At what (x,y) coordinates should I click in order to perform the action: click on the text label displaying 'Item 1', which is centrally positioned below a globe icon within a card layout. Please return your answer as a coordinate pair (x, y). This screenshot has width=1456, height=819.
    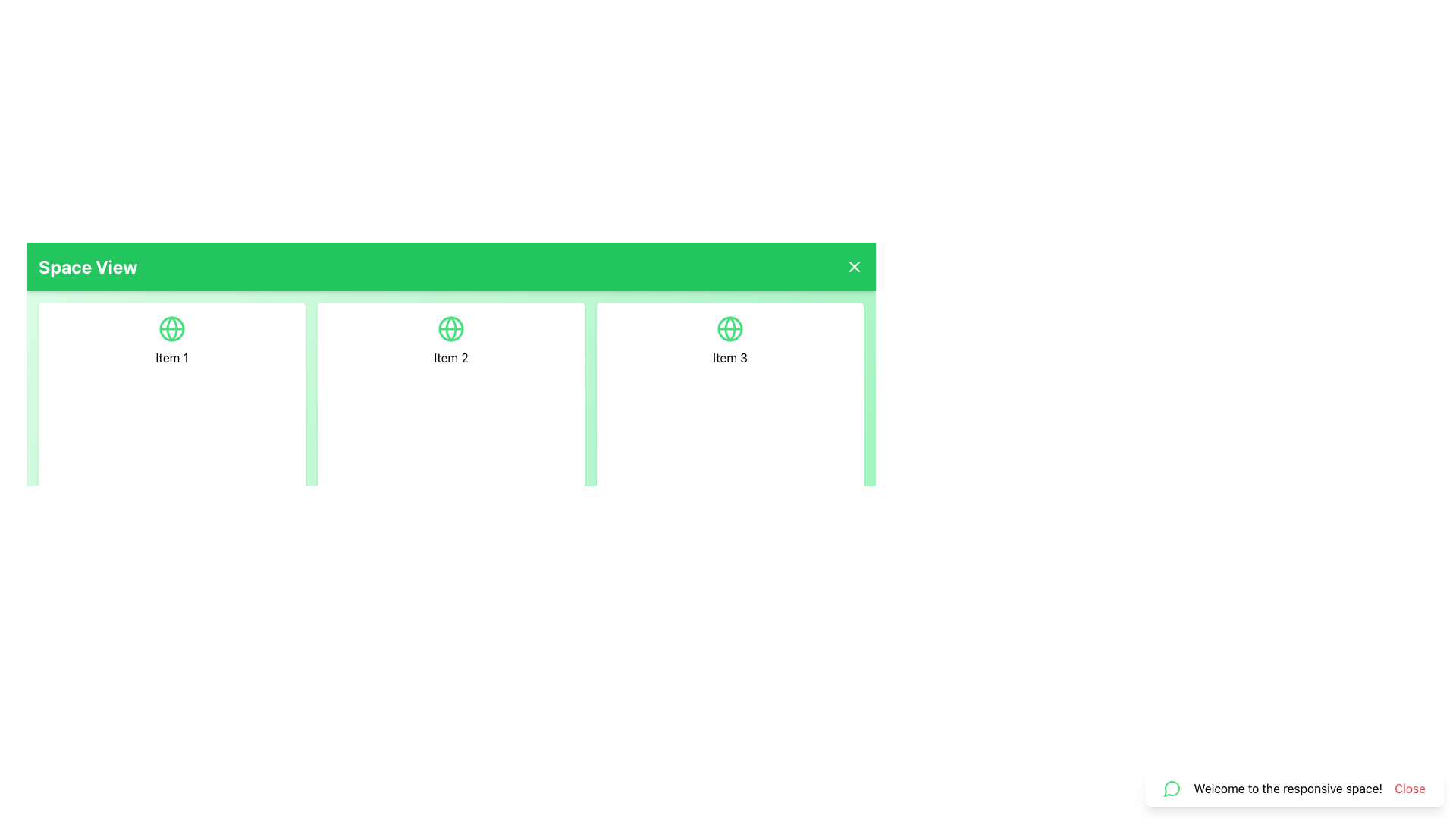
    Looking at the image, I should click on (171, 357).